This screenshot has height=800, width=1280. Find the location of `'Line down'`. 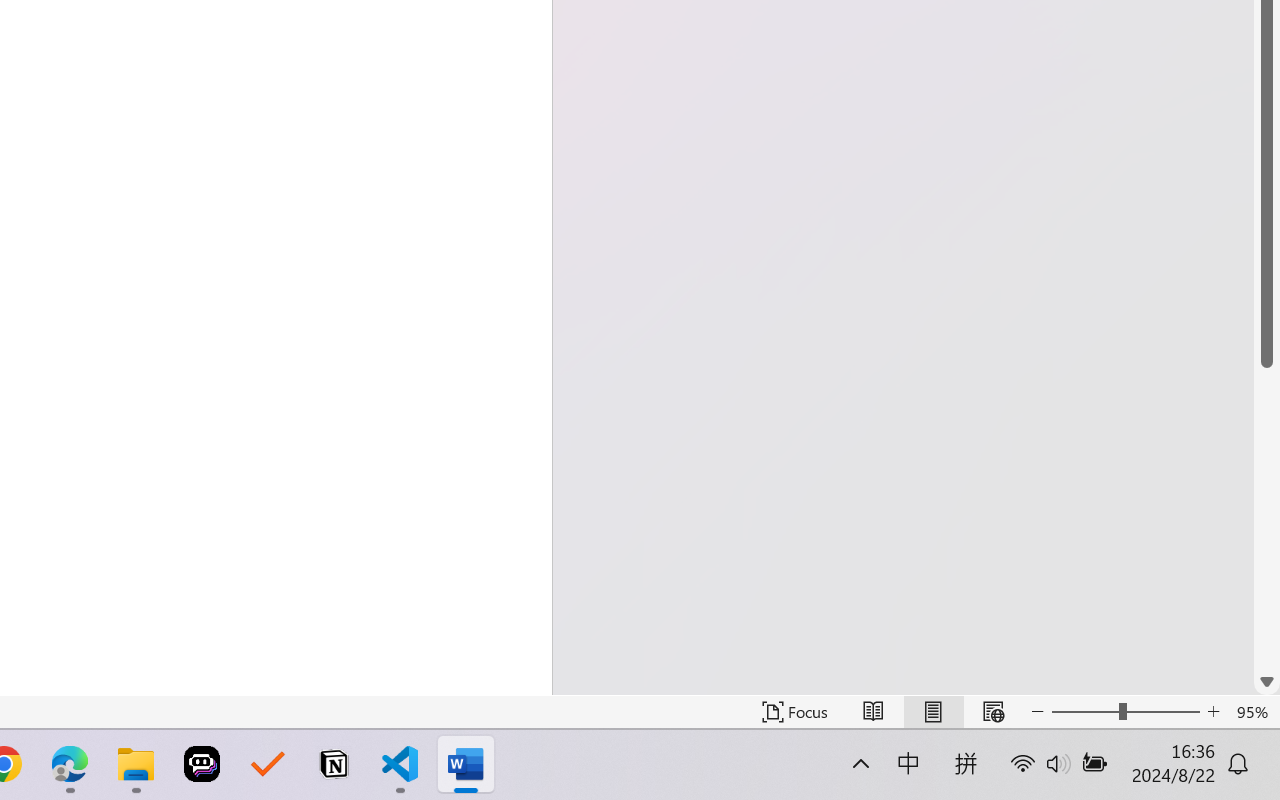

'Line down' is located at coordinates (1266, 682).